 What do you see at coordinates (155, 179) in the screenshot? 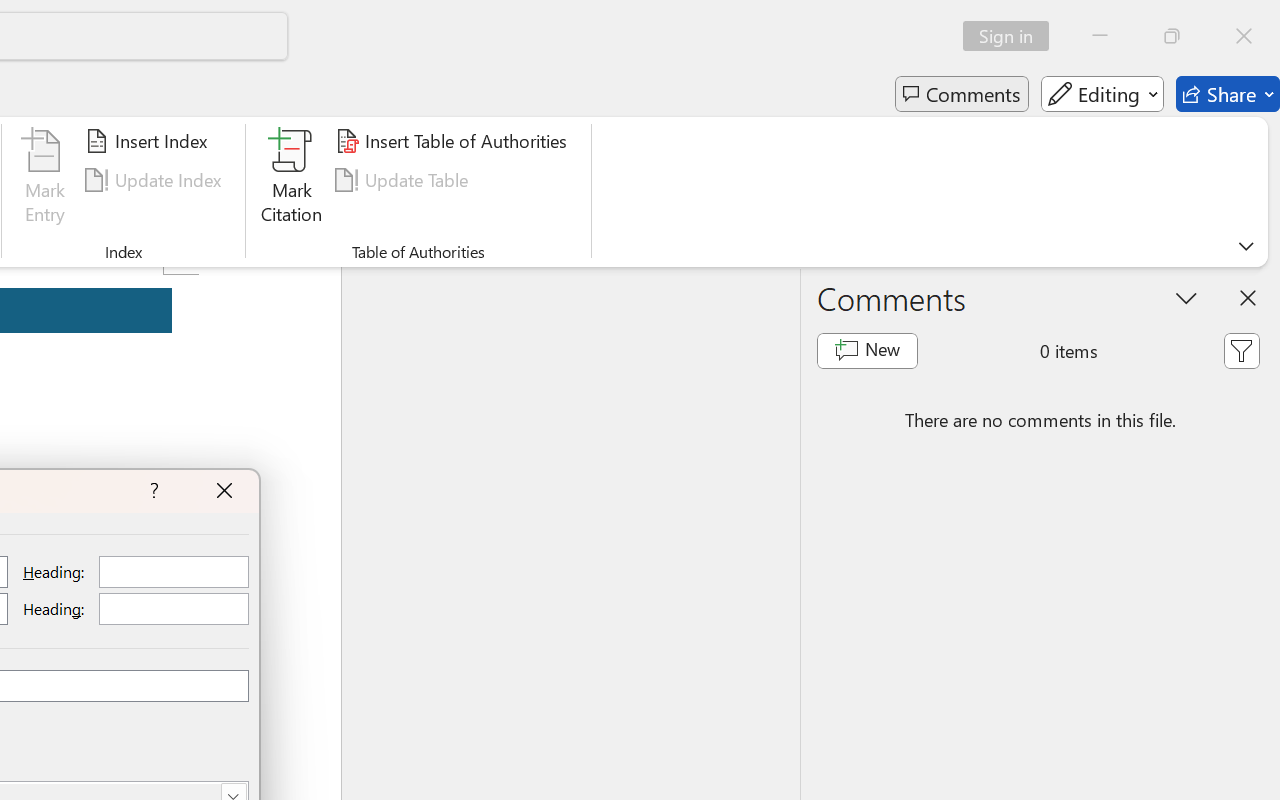
I see `'Update Index'` at bounding box center [155, 179].